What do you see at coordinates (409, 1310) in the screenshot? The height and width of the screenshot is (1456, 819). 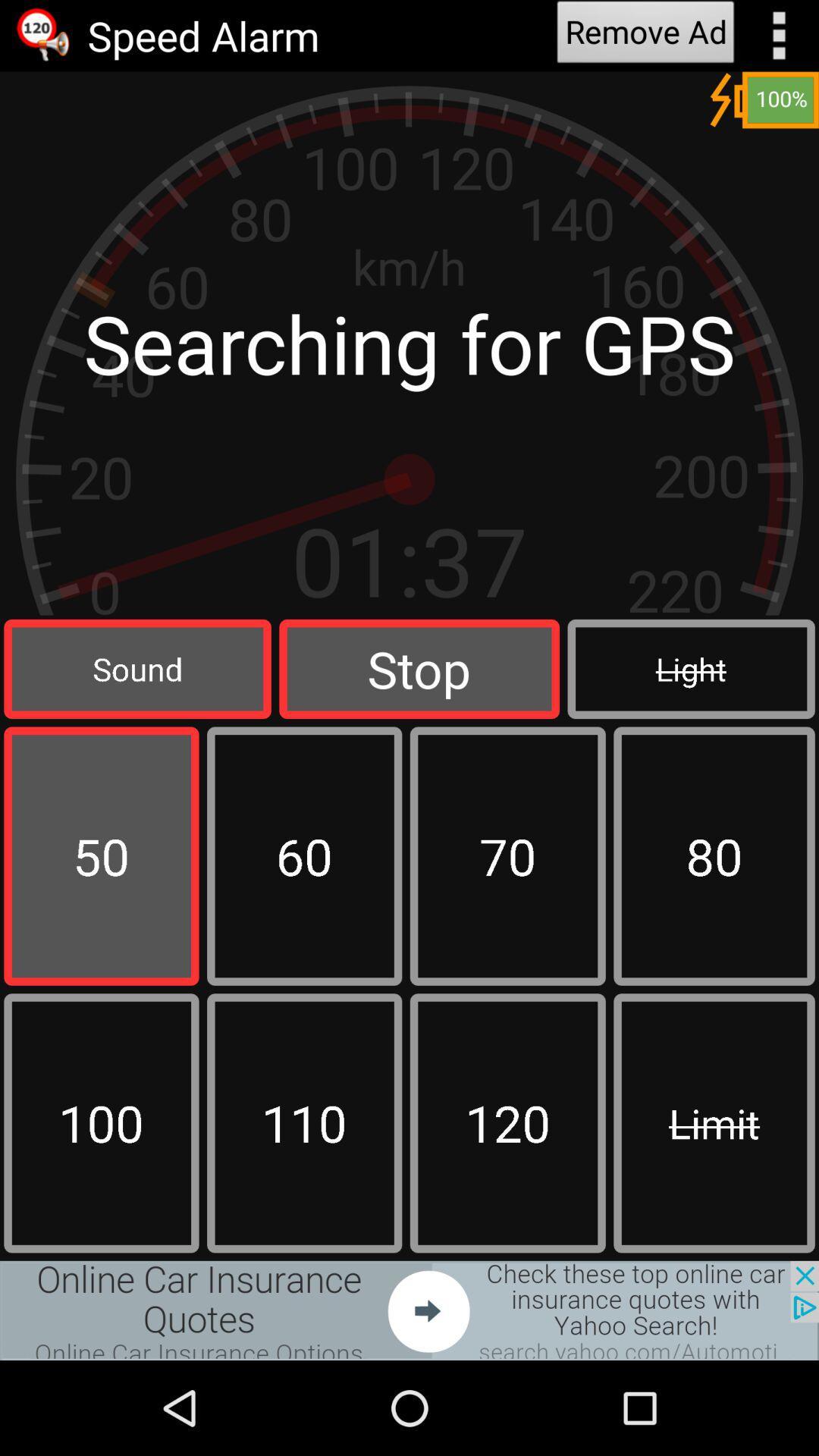 I see `open advertisement` at bounding box center [409, 1310].